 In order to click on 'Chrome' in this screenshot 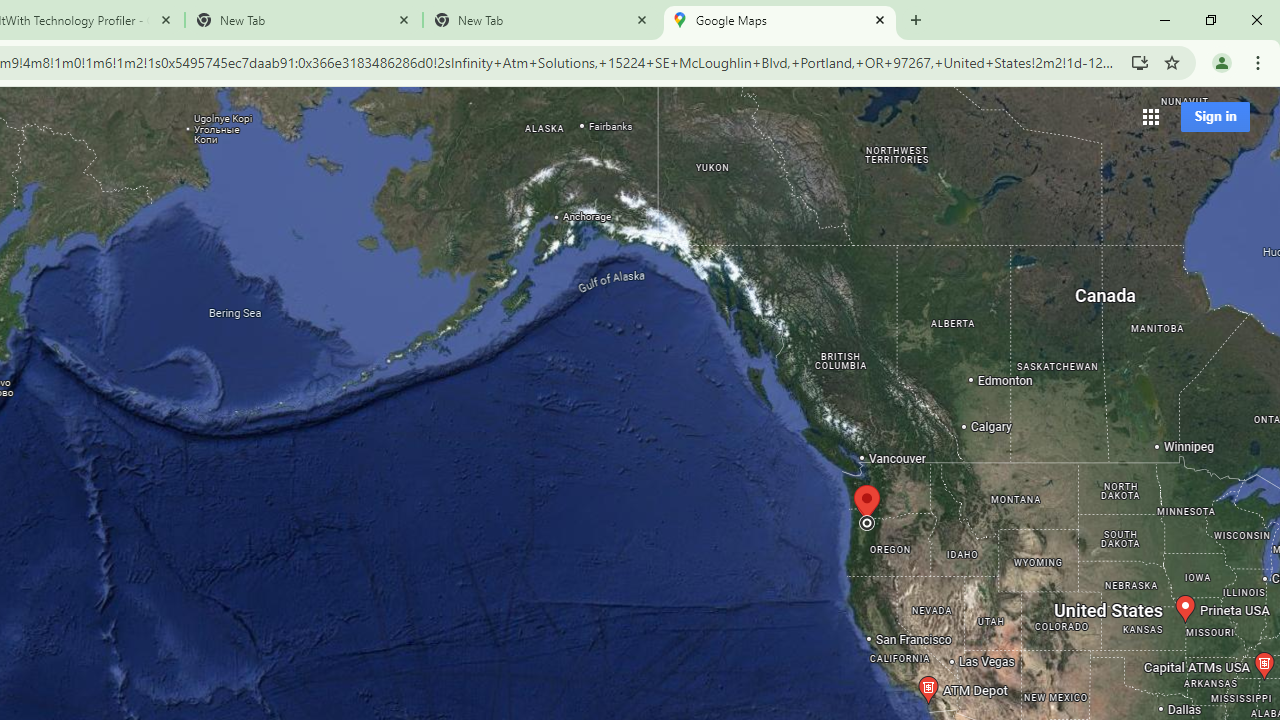, I will do `click(1259, 61)`.